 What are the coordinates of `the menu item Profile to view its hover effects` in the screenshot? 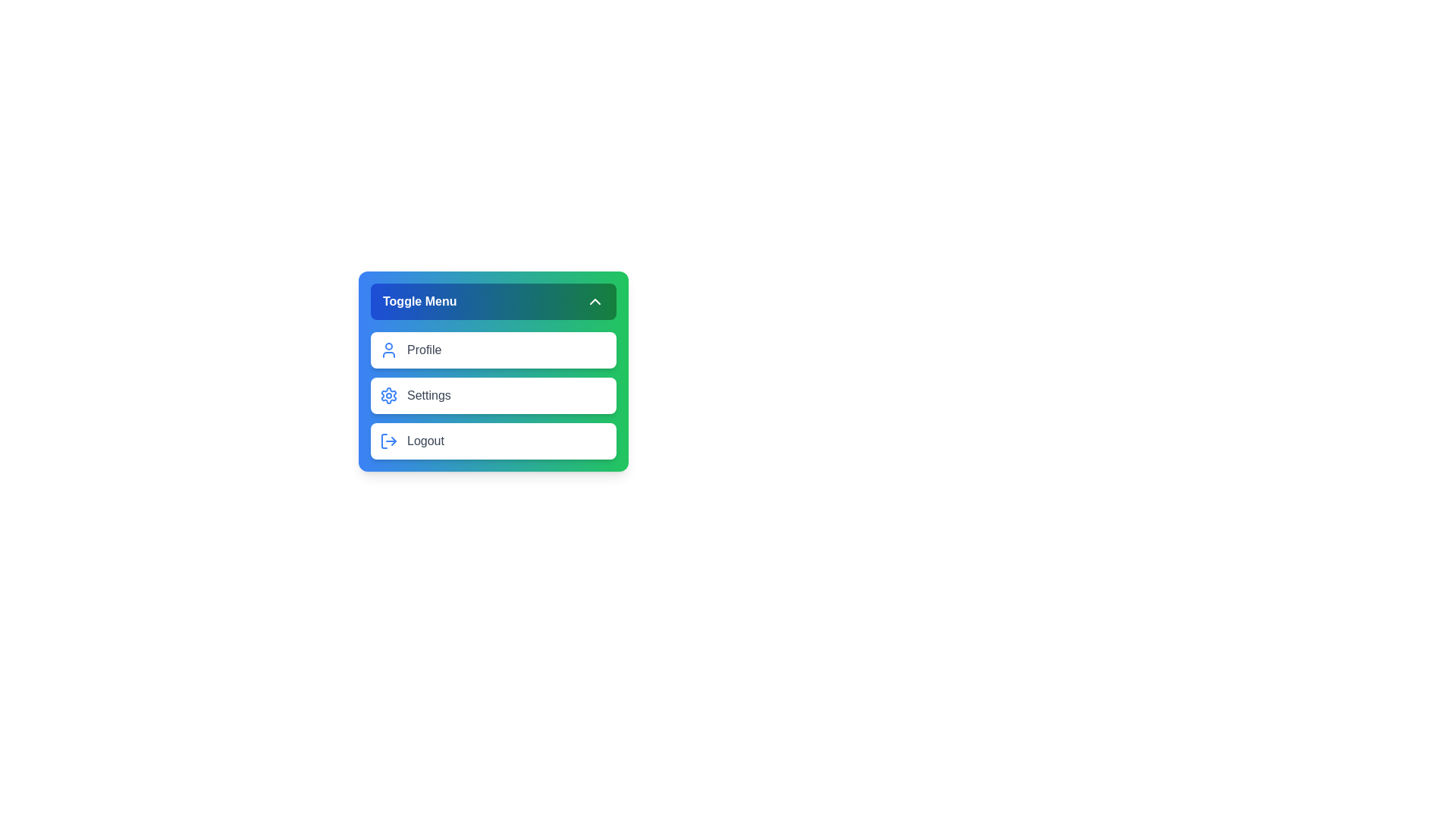 It's located at (494, 350).